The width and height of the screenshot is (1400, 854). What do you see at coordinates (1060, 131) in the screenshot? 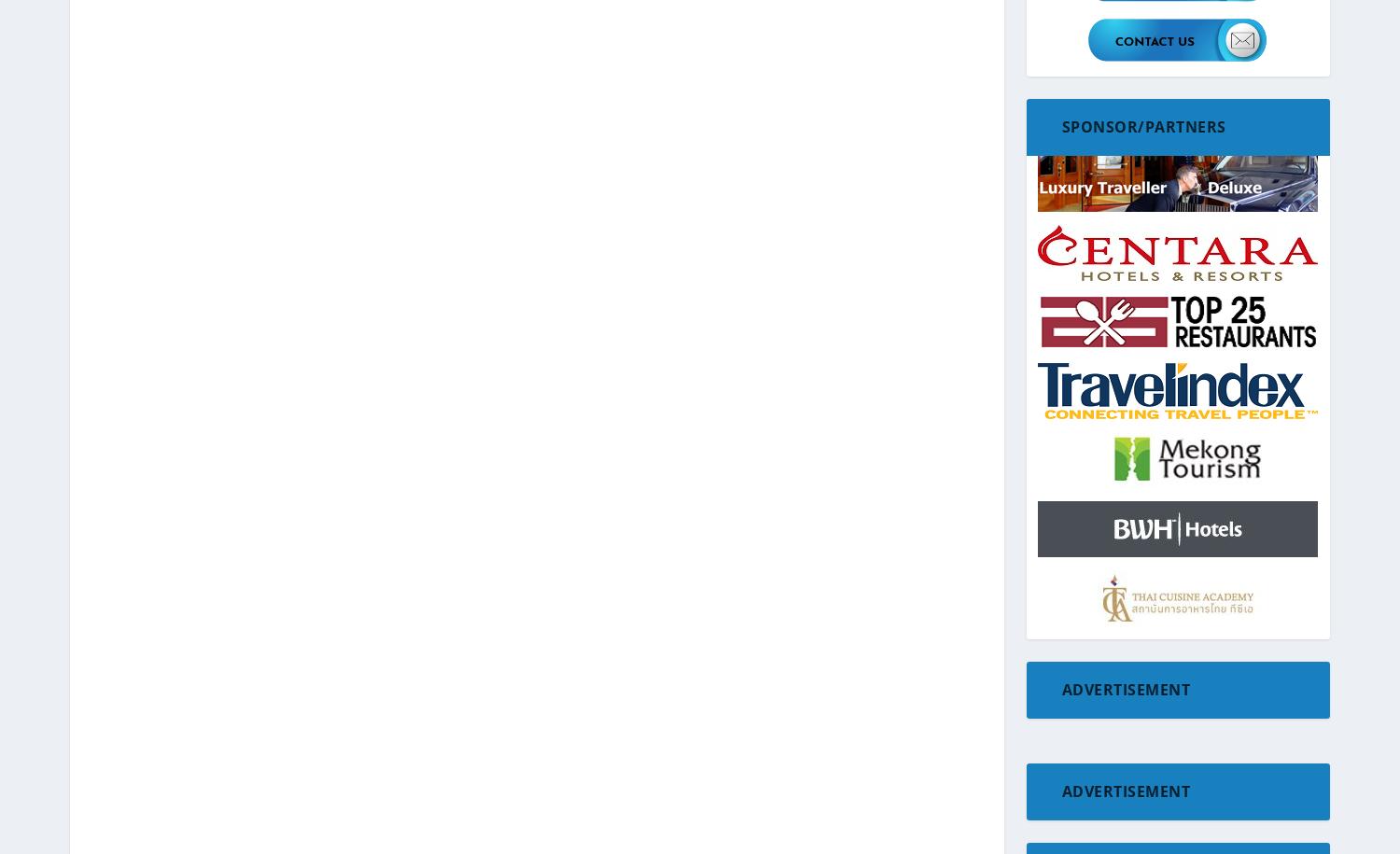
I see `'Europe'` at bounding box center [1060, 131].